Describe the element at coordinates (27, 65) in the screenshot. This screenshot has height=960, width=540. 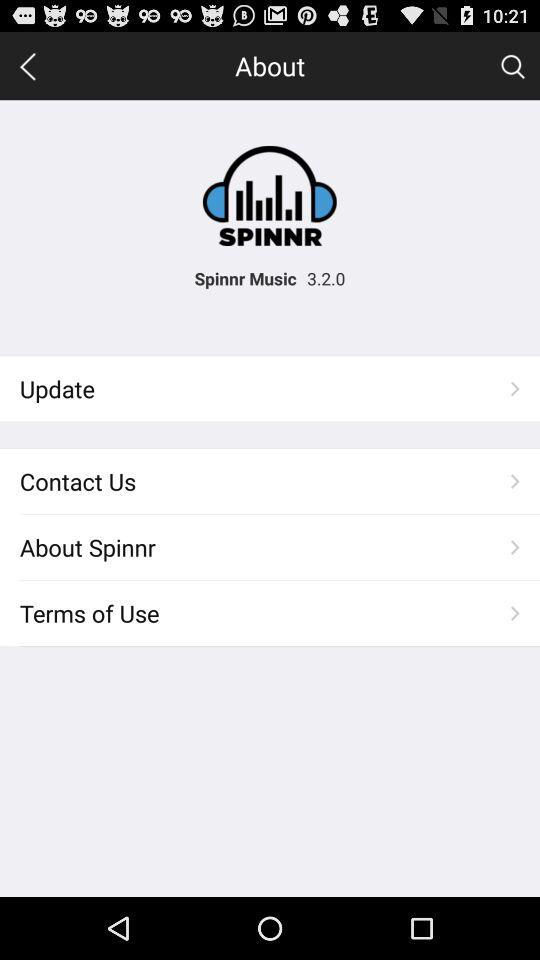
I see `backward arrow icon` at that location.